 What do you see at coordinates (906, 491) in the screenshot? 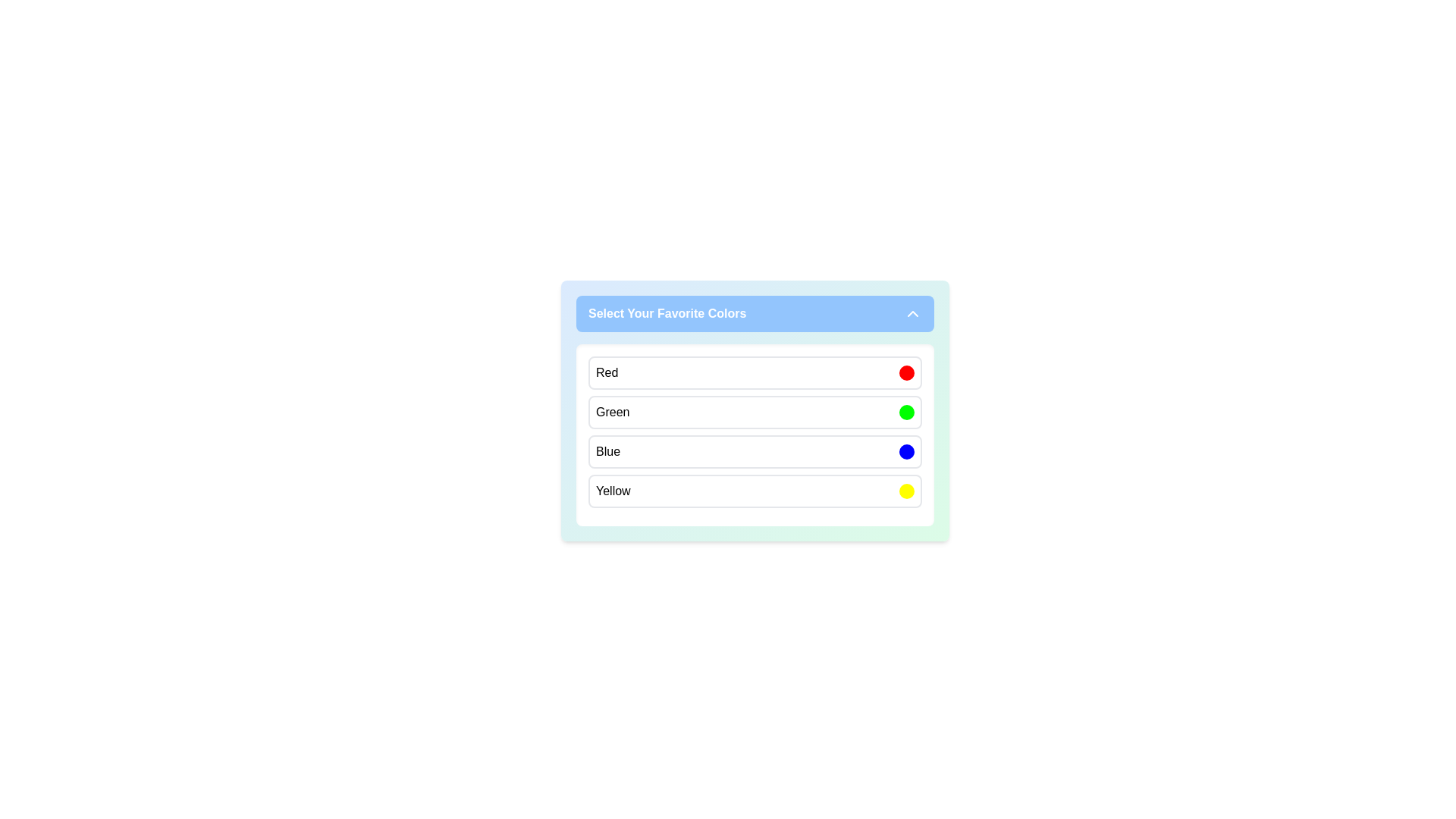
I see `the decorative color marker indicating 'Yellow', which is located at the far-right position of the last item in the list under 'Select Your Favorite Colors'` at bounding box center [906, 491].